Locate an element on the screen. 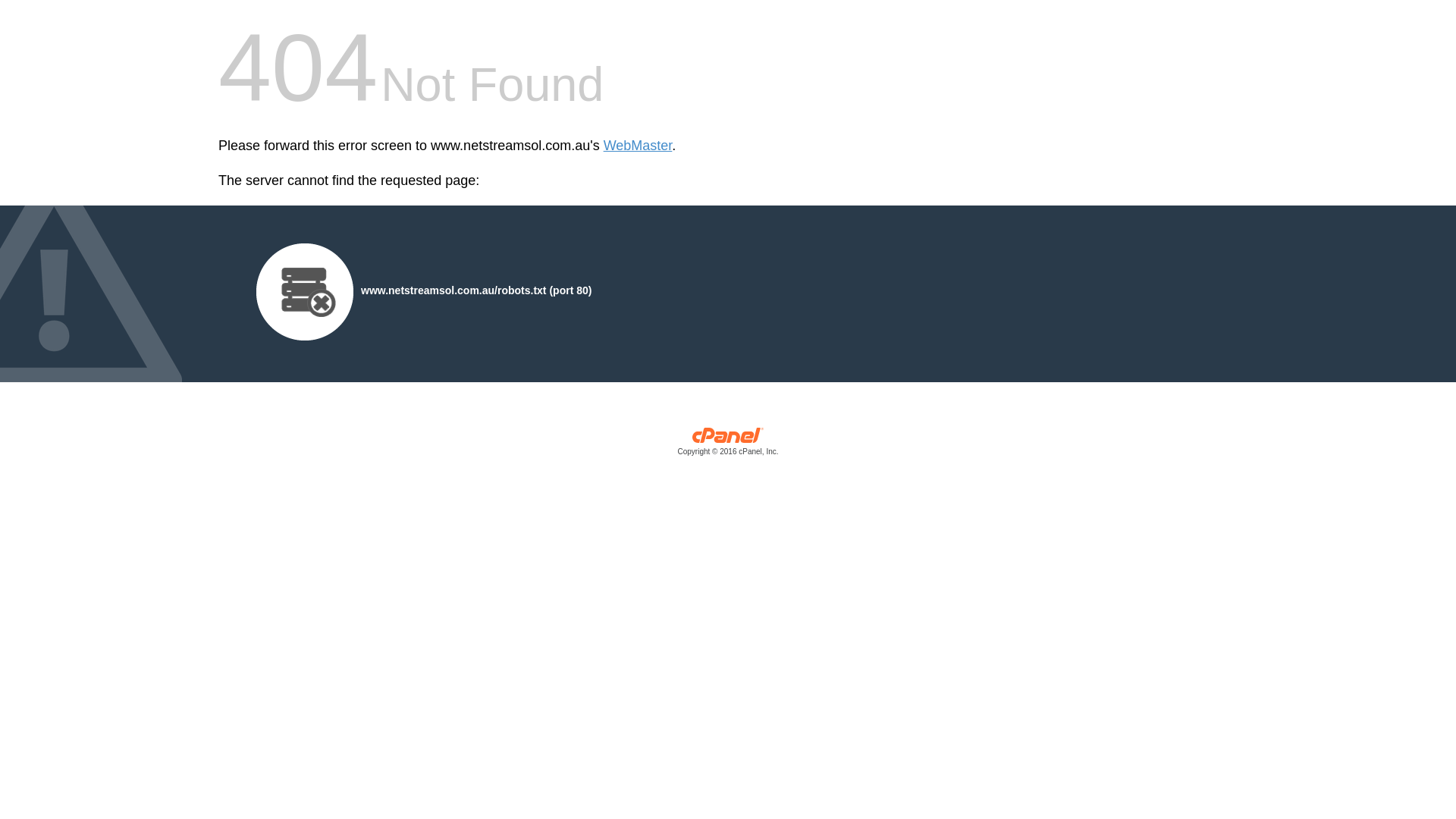  'WebMaster' is located at coordinates (638, 146).